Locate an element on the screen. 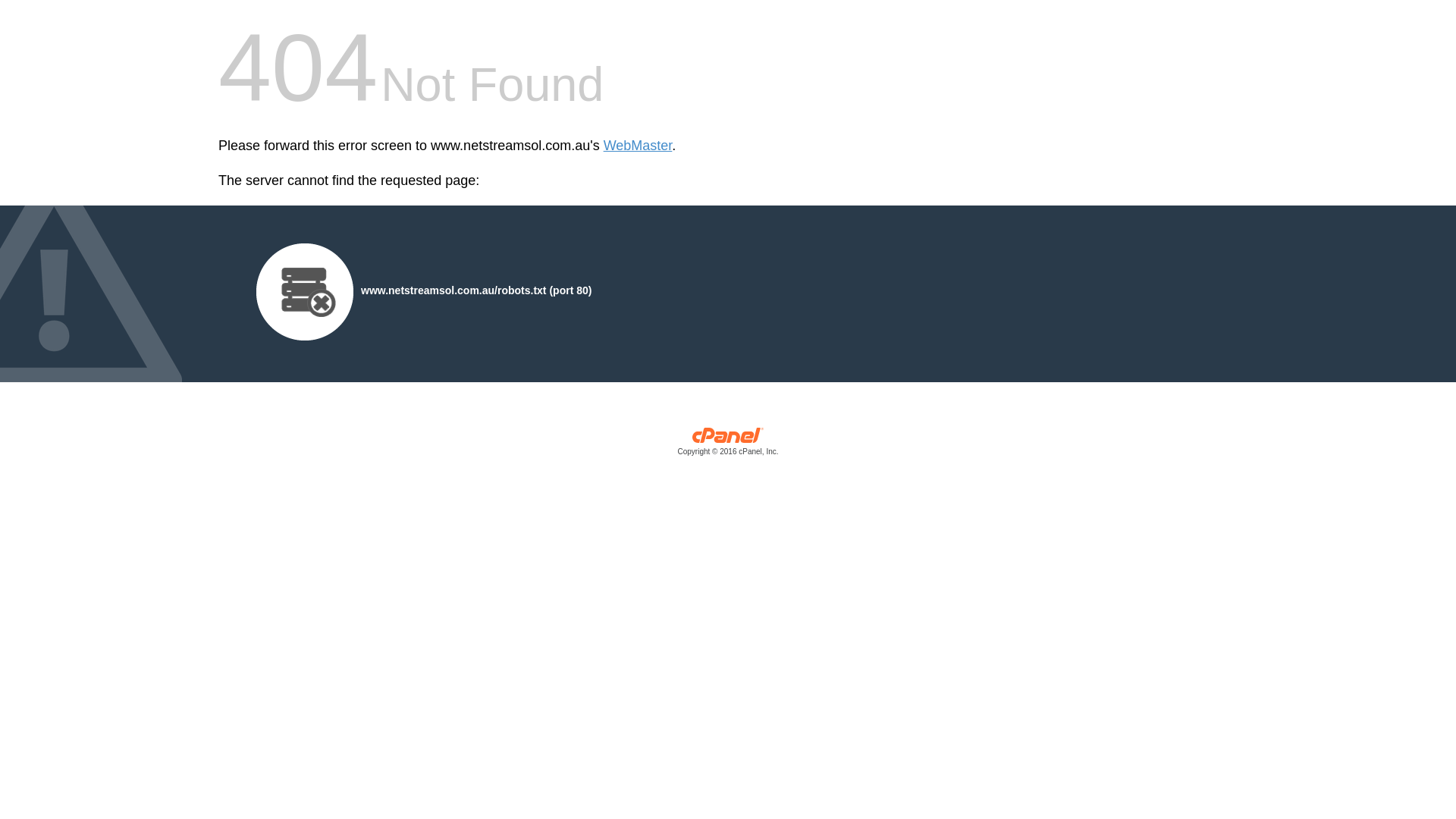  'WebMaster' is located at coordinates (638, 146).